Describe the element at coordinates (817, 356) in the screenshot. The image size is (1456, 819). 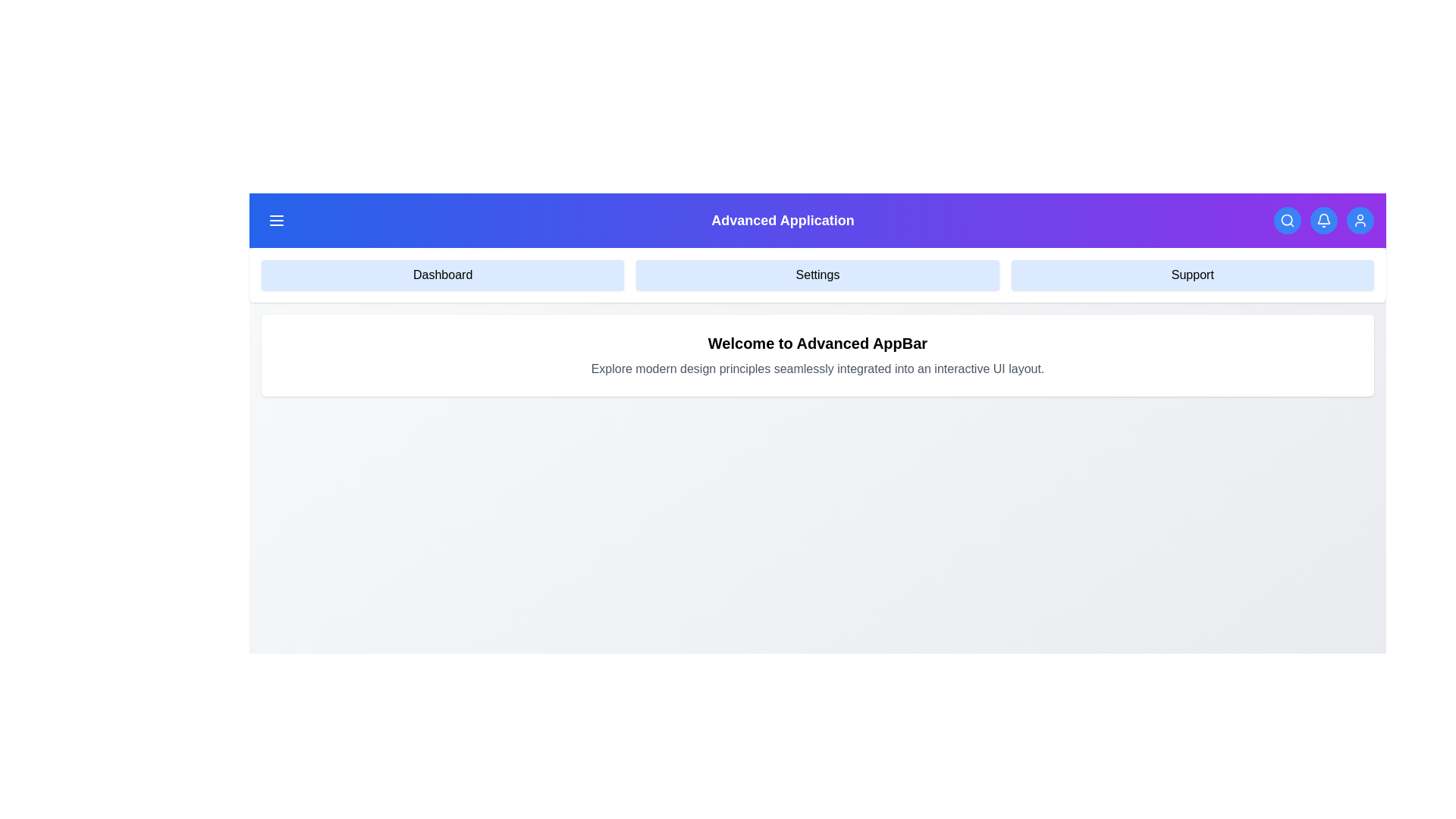
I see `the welcome message text area` at that location.